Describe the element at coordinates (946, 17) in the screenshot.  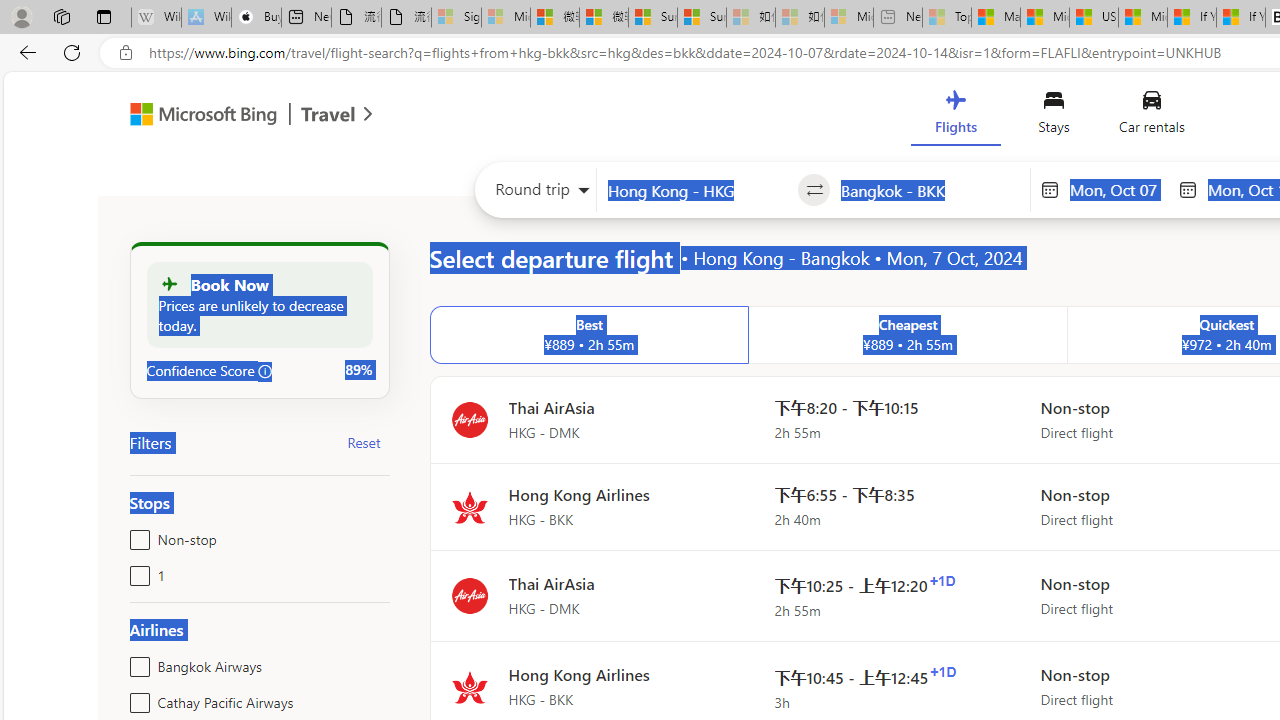
I see `'Top Stories - MSN - Sleeping'` at that location.